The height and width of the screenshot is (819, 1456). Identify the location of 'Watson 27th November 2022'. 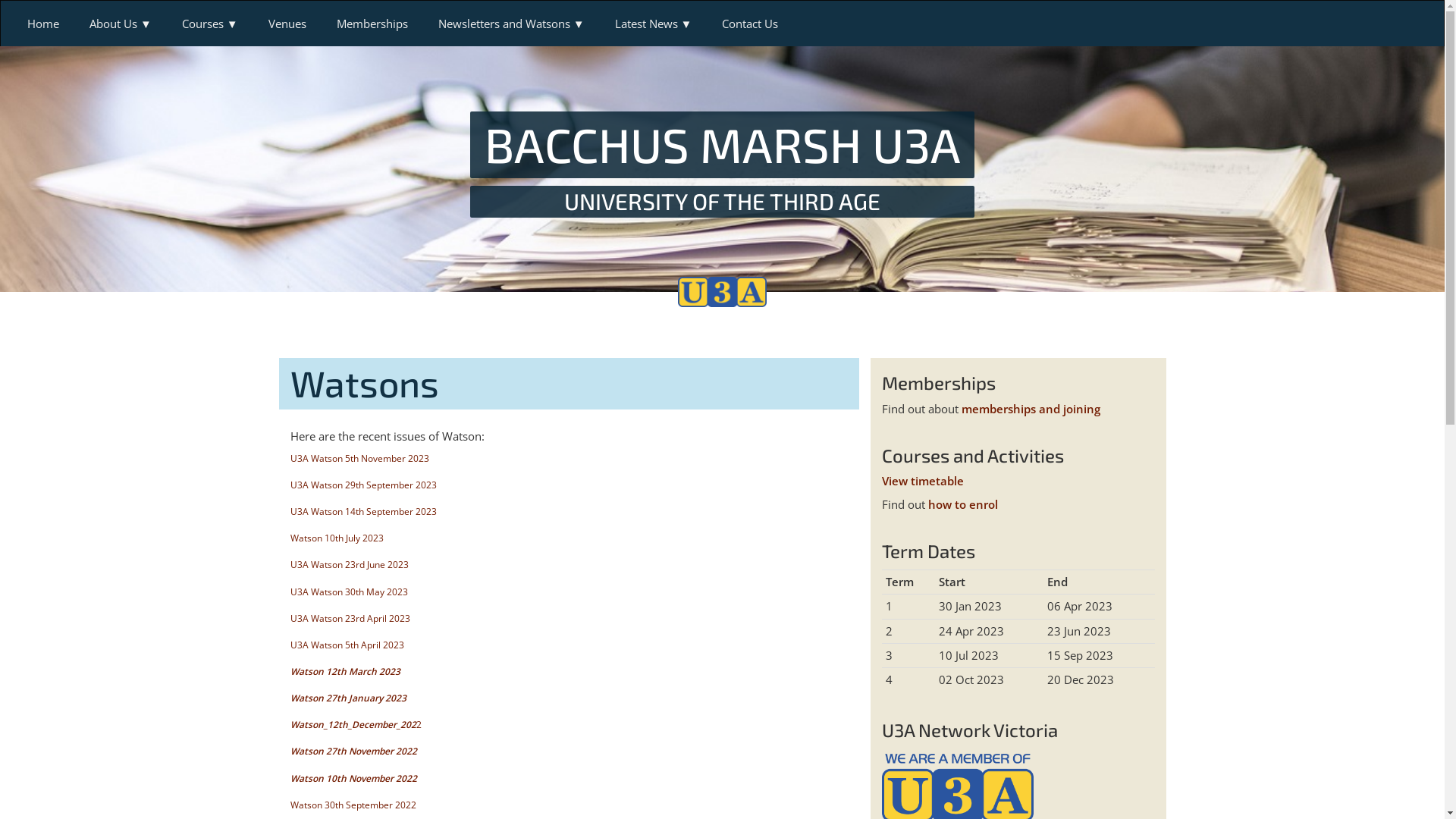
(290, 751).